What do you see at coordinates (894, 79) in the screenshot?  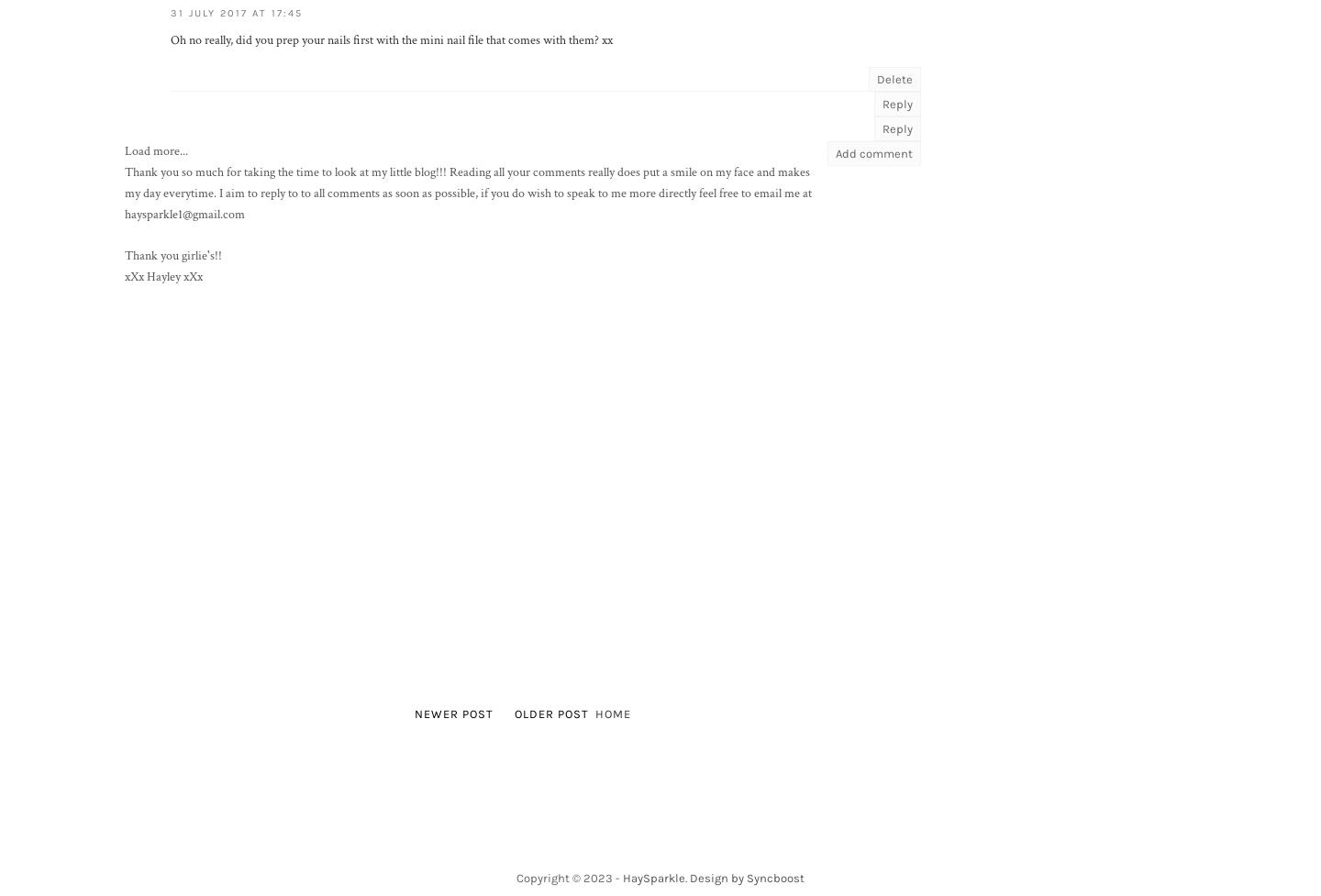 I see `'Delete'` at bounding box center [894, 79].